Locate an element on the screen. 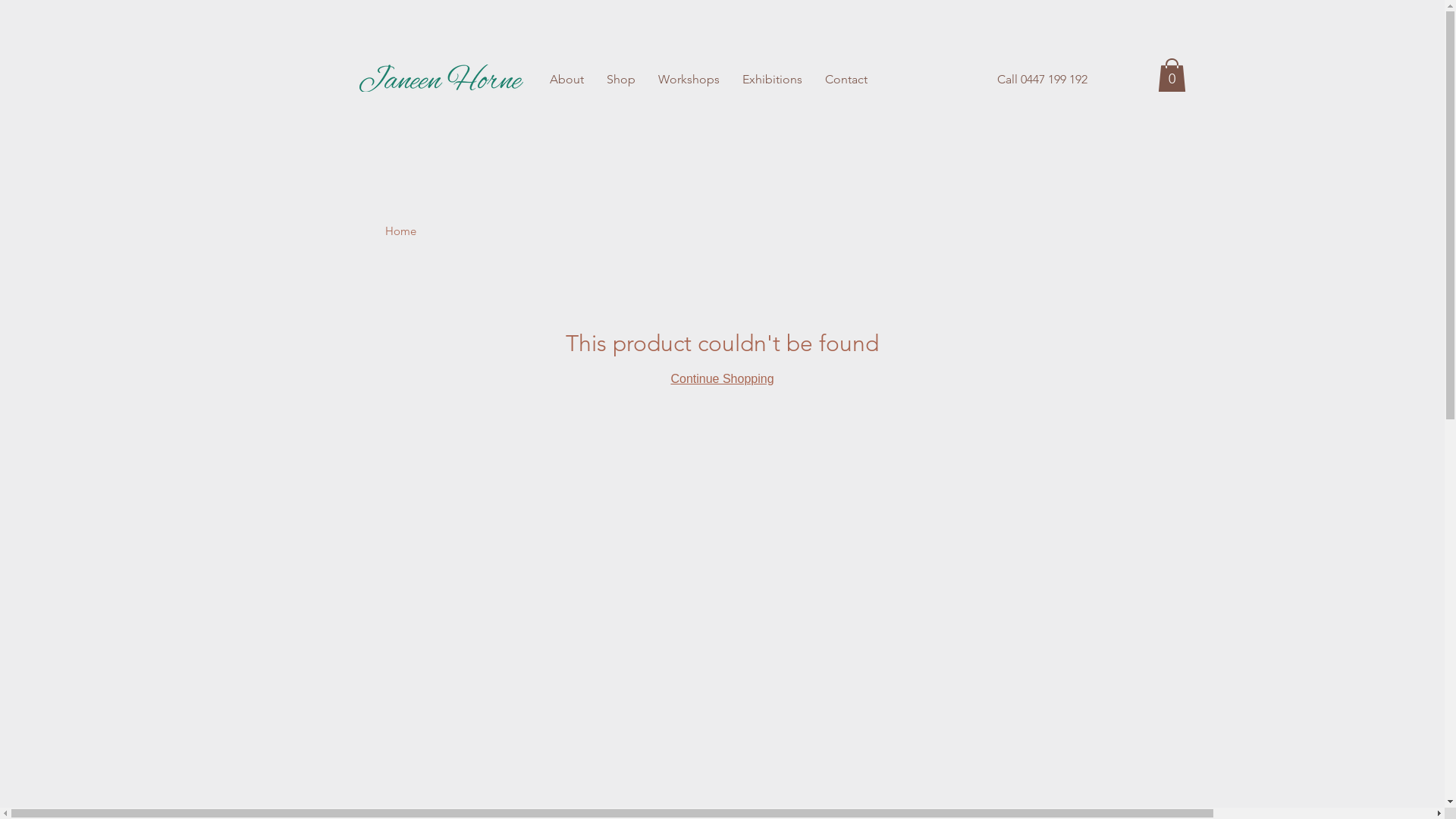 The image size is (1456, 819). 'Shop' is located at coordinates (620, 79).